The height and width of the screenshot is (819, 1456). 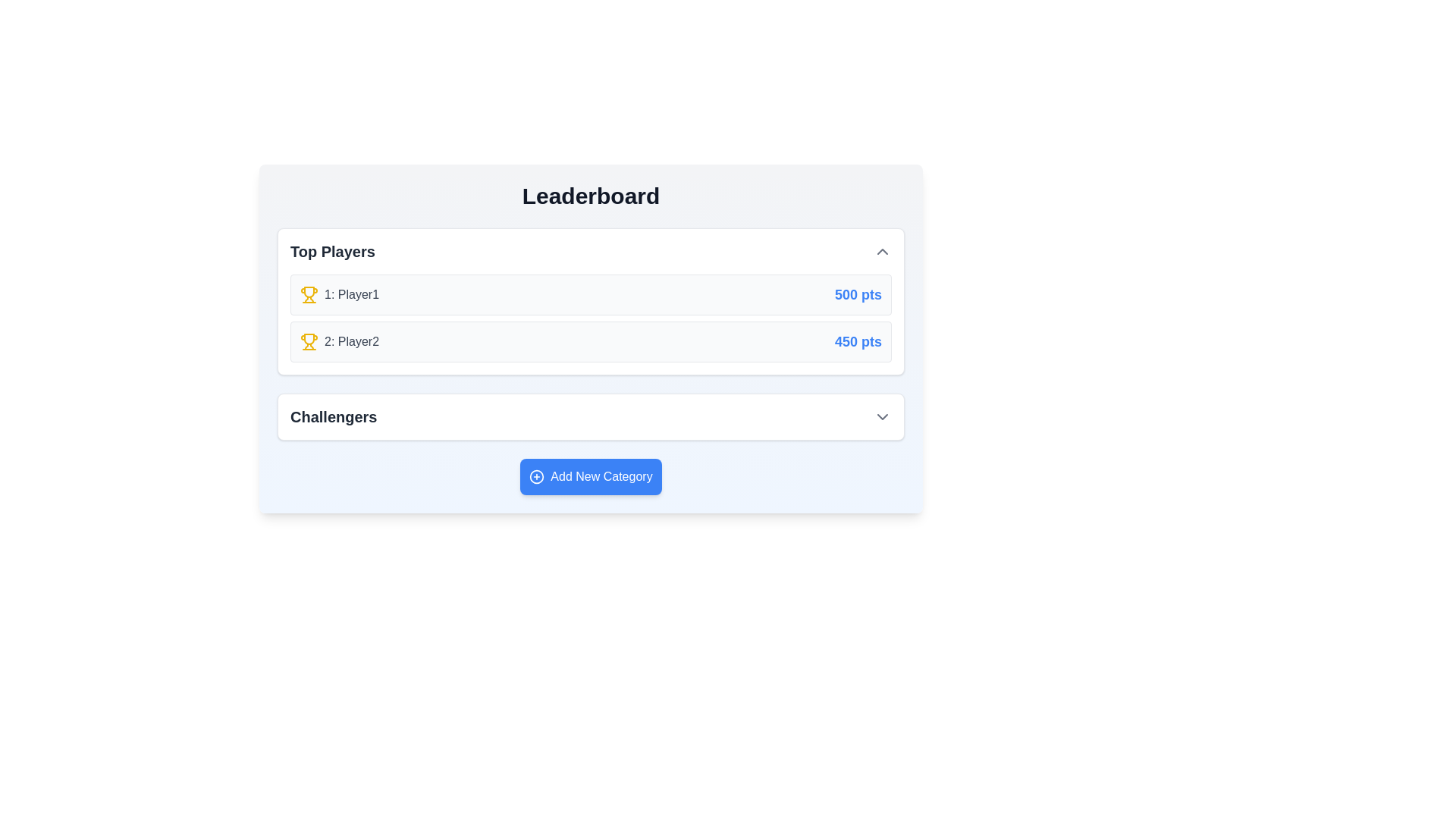 I want to click on the leaderboard section that displays ranking information for players, showing their rank, name, and points, so click(x=590, y=301).